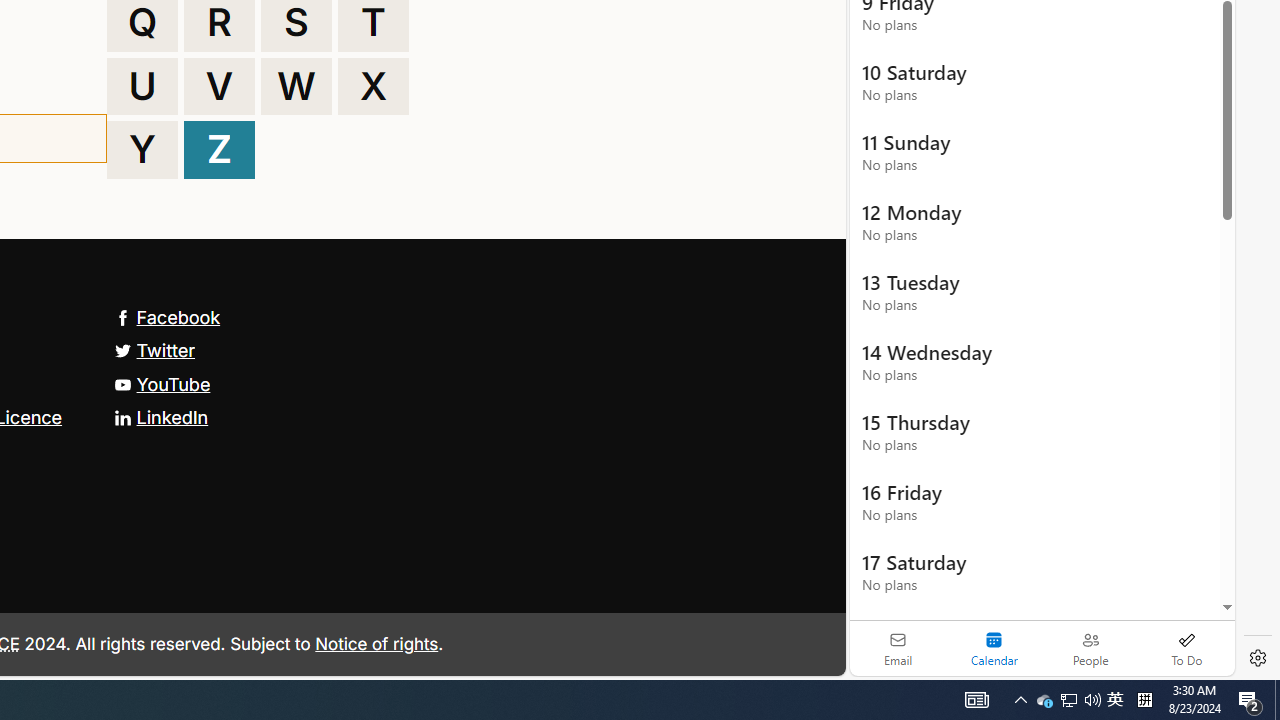  Describe the element at coordinates (897, 648) in the screenshot. I see `'Email'` at that location.